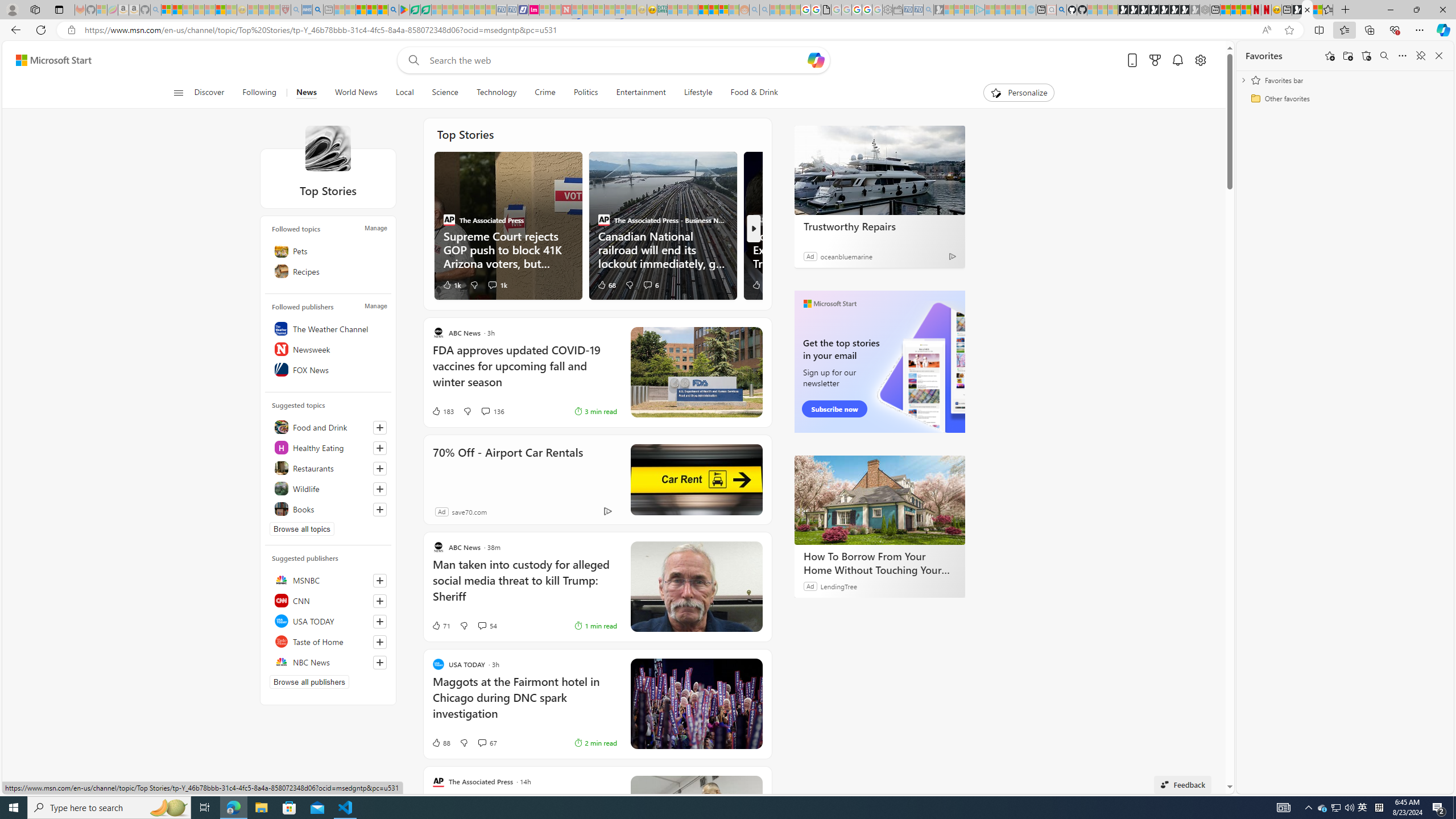 This screenshot has height=819, width=1456. Describe the element at coordinates (327, 508) in the screenshot. I see `'Books'` at that location.